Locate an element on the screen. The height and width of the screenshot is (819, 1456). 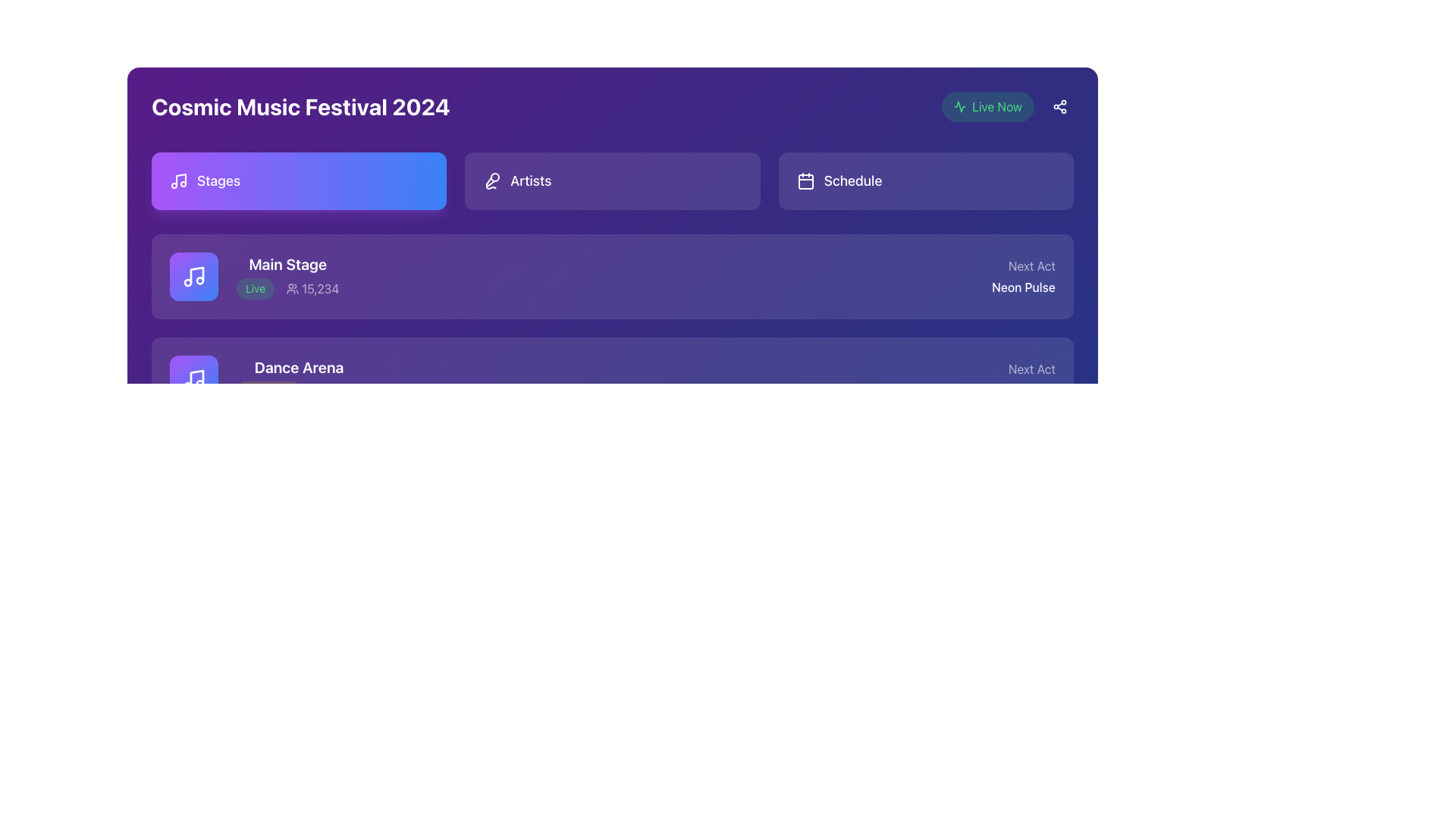
the calendar icon by clicking on the graphical rectangle within it to trigger actions related to the Schedule section of the application is located at coordinates (805, 180).